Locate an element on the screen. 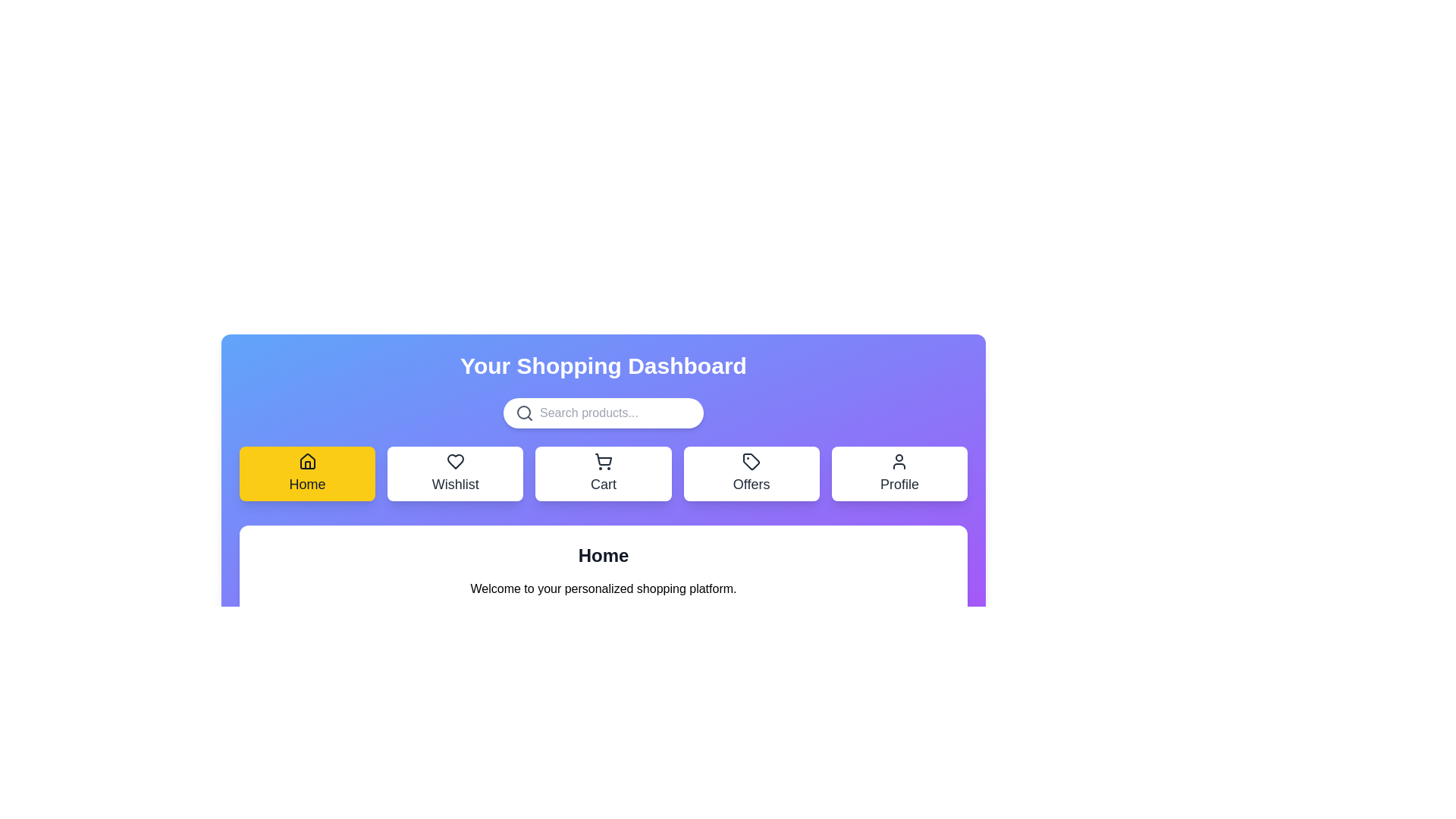 The height and width of the screenshot is (819, 1456). the 'Home' button containing the house icon, which is is located at coordinates (306, 461).